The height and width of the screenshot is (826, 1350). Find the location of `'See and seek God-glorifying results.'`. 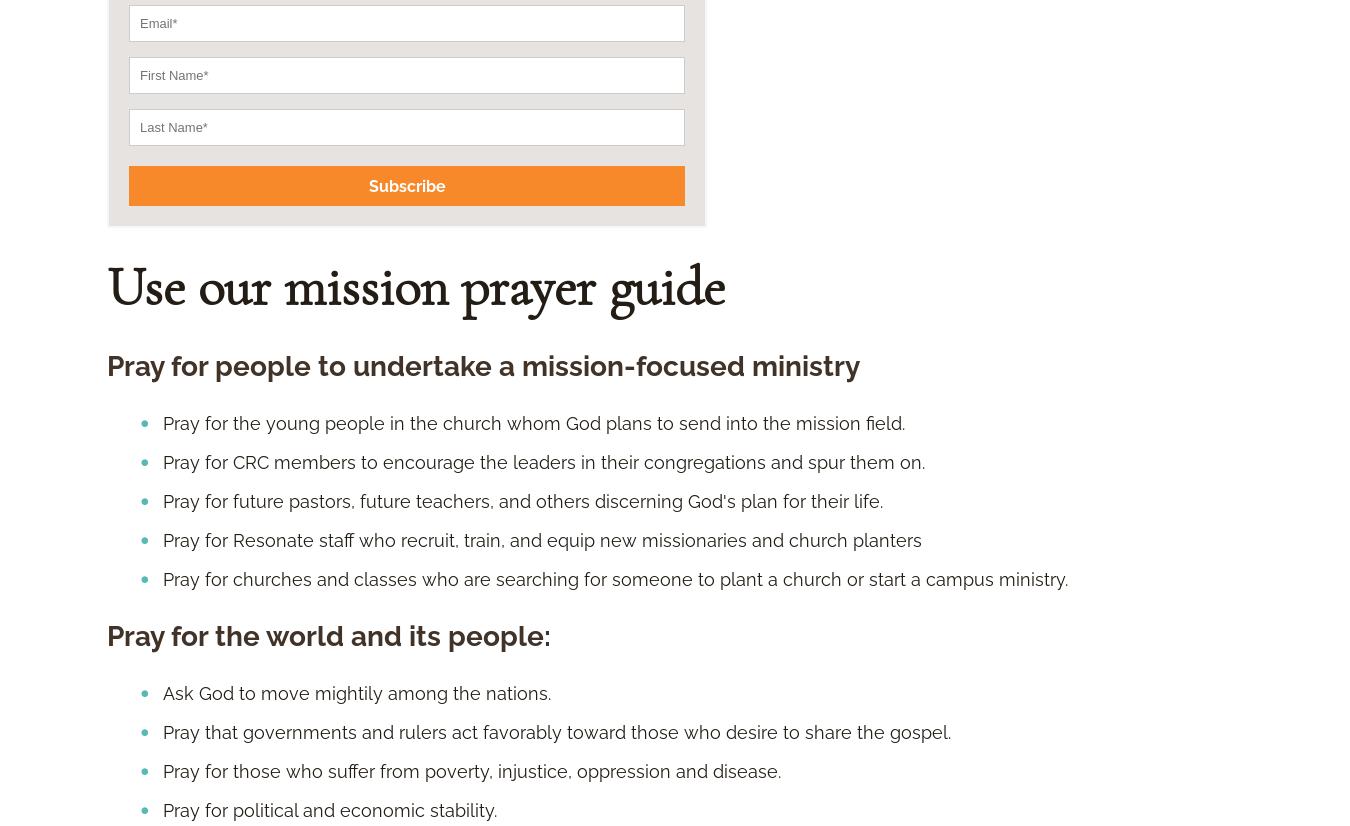

'See and seek God-glorifying results.' is located at coordinates (318, 232).